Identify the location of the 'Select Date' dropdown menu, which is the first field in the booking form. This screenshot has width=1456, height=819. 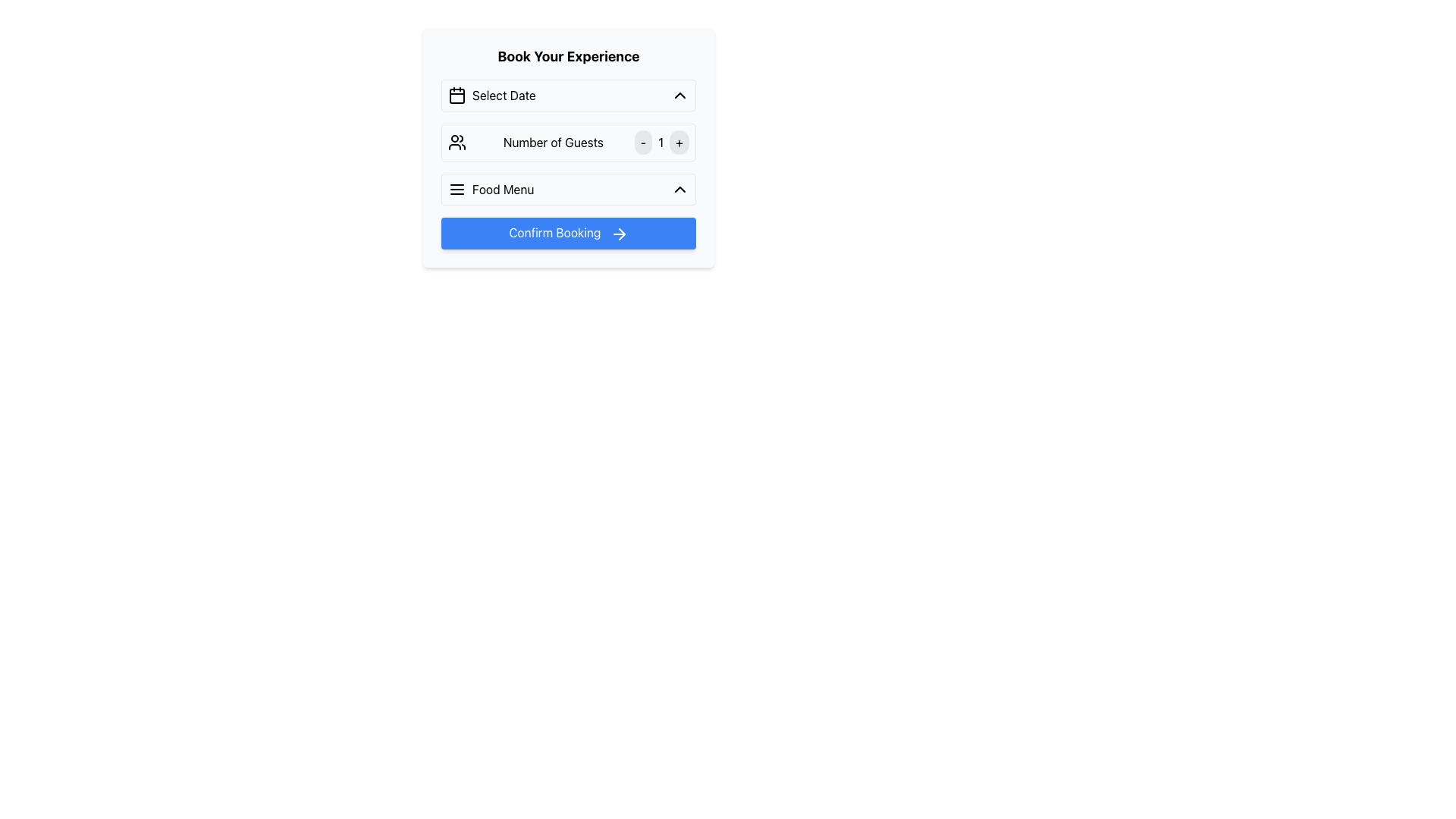
(567, 96).